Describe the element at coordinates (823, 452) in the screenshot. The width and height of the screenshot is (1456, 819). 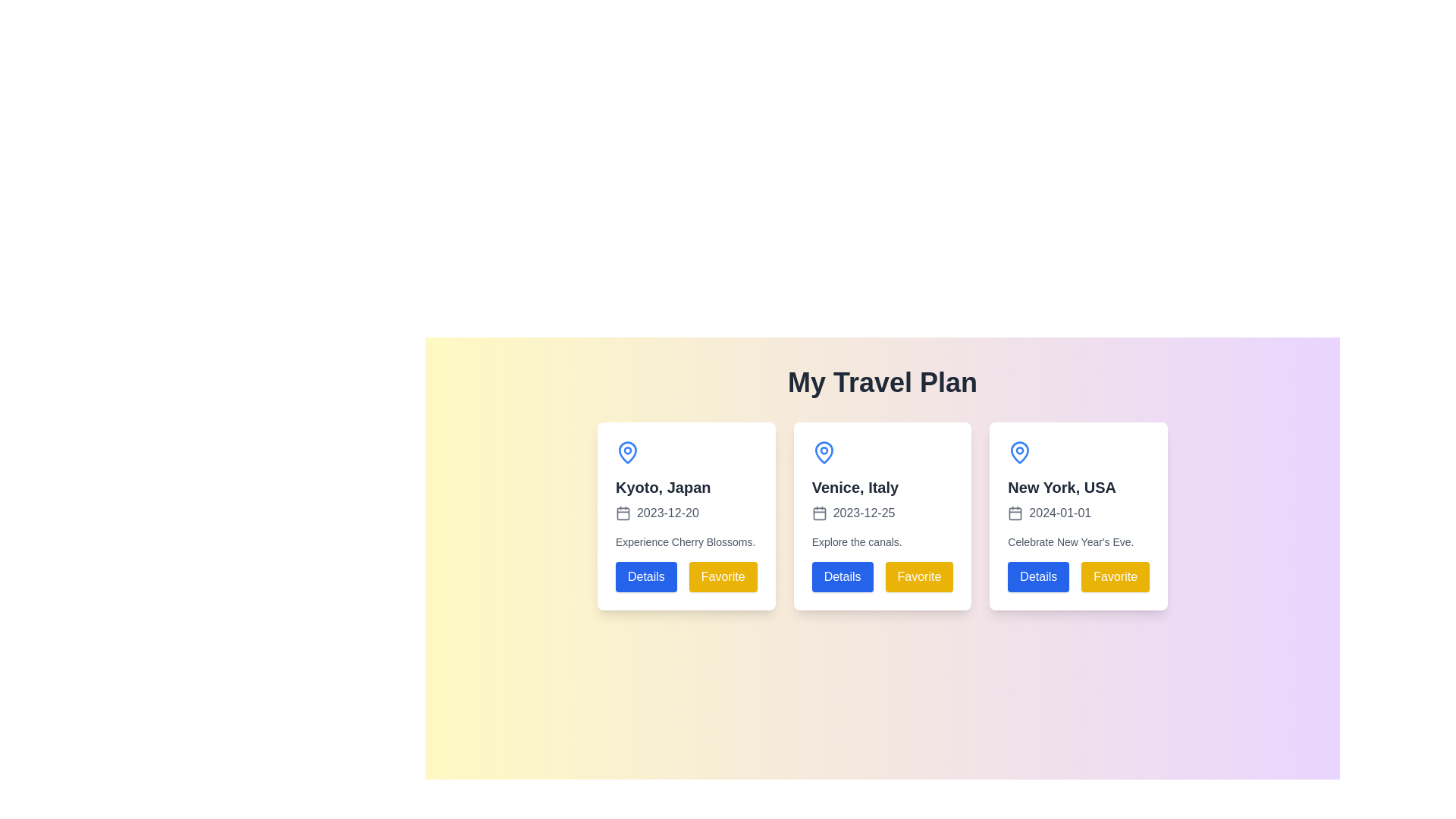
I see `the decorative icon located at the top of the second card under the heading 'My Travel Plan.'` at that location.